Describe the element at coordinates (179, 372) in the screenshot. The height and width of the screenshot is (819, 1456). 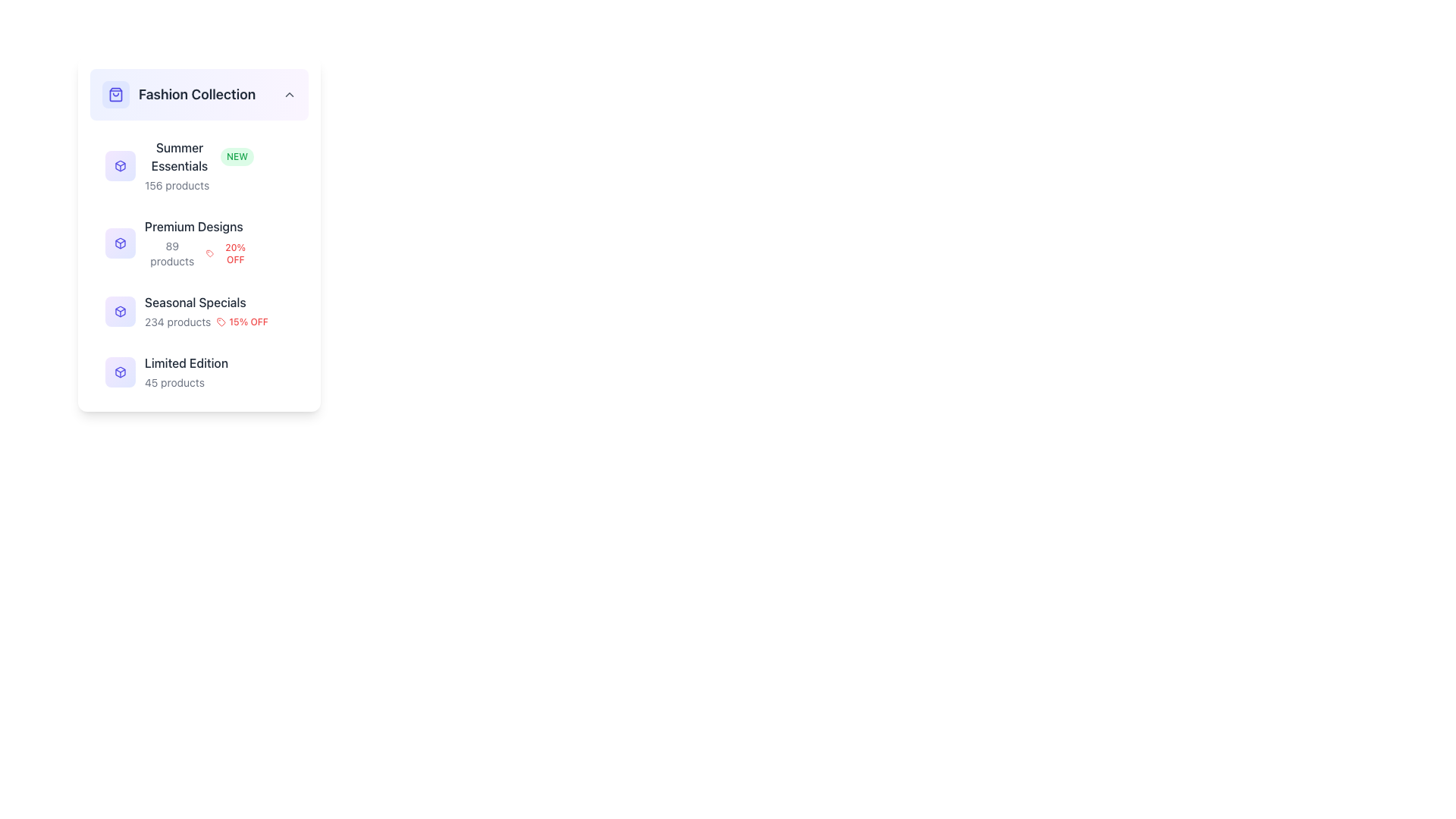
I see `the list item labeled 'Limited Edition' which contains an icon of a stylized box and subtext '45 products'` at that location.